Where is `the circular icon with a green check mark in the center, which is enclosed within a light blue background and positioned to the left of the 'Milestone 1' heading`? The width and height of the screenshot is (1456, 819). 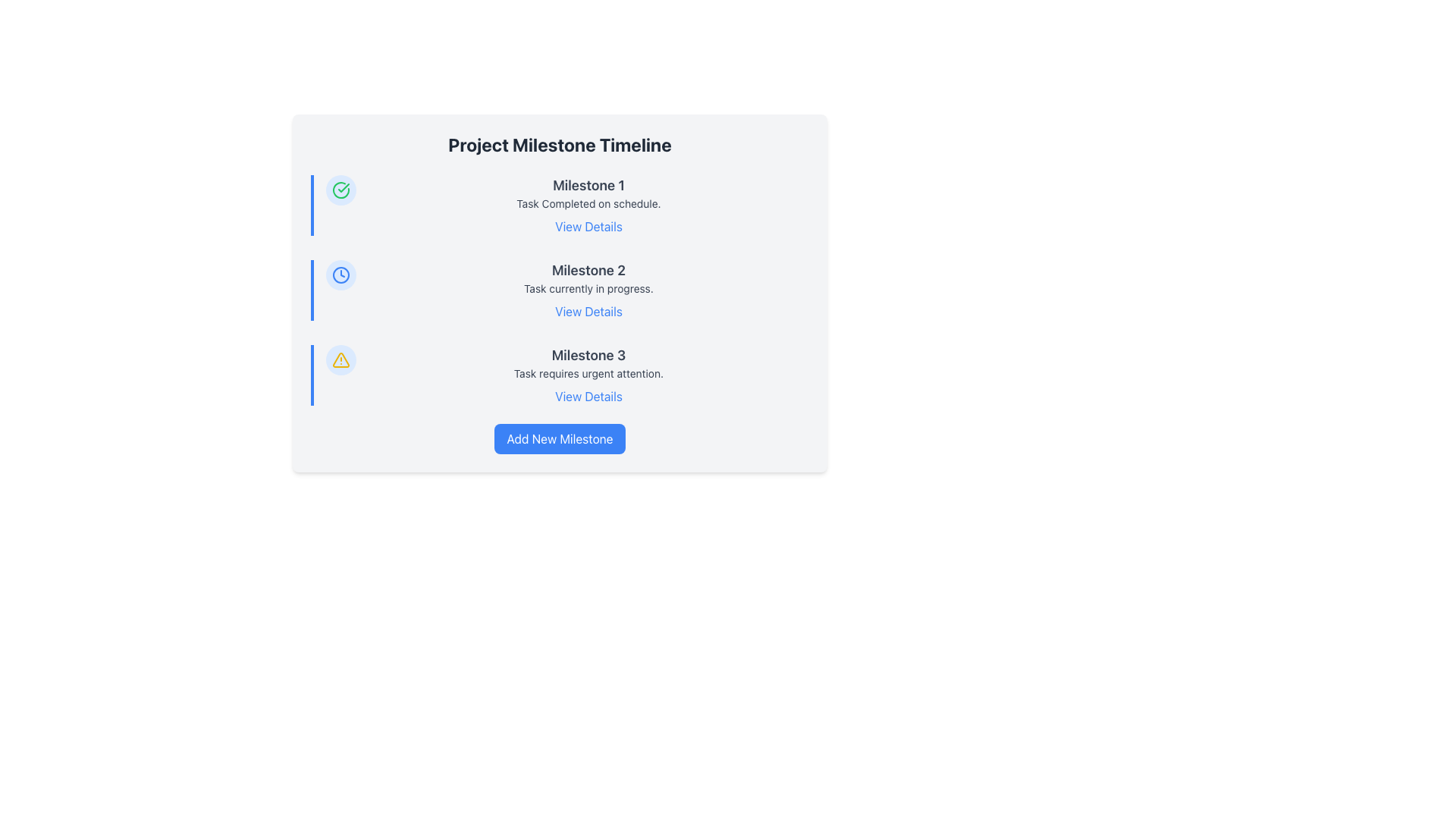
the circular icon with a green check mark in the center, which is enclosed within a light blue background and positioned to the left of the 'Milestone 1' heading is located at coordinates (340, 189).